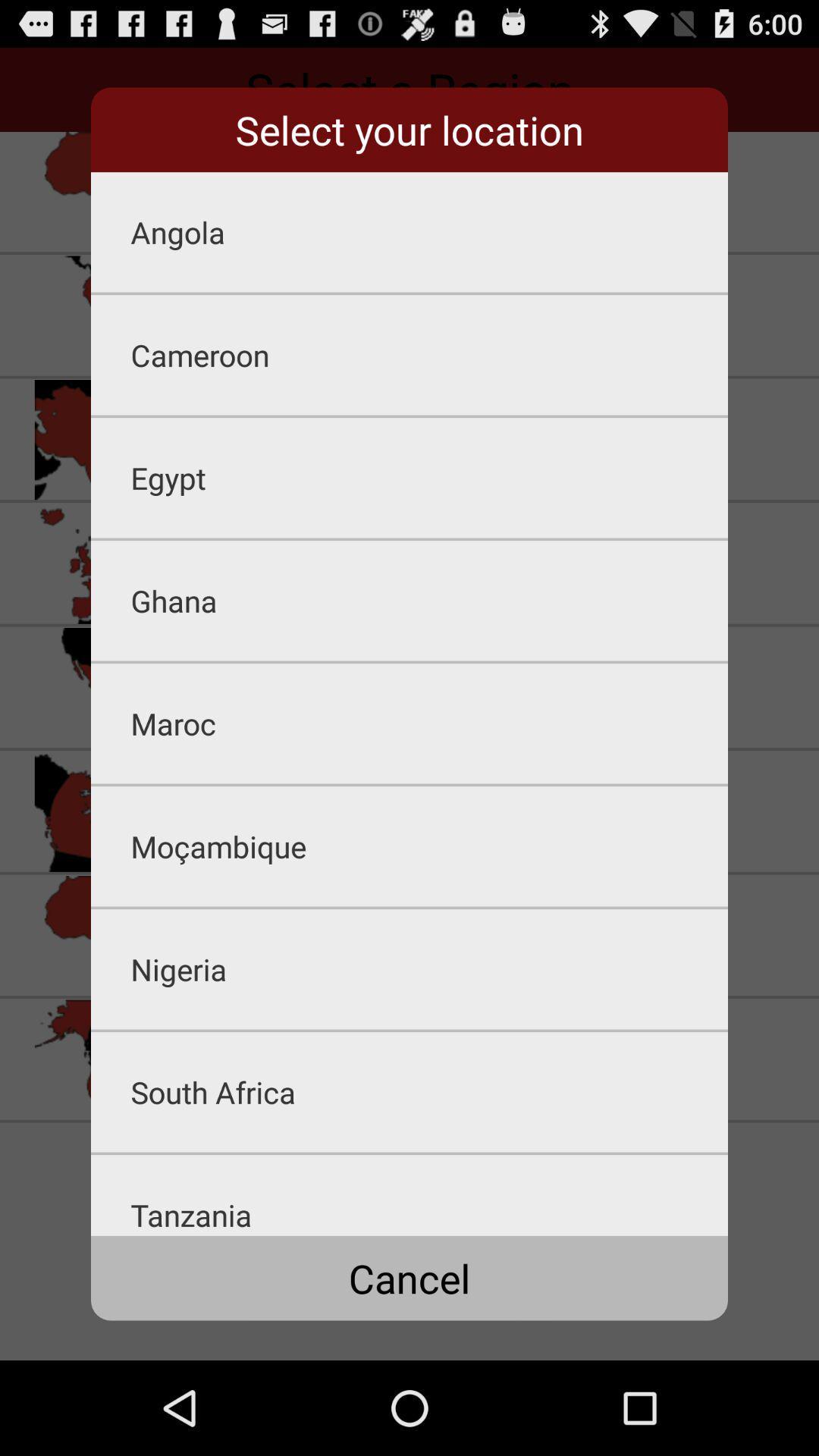 The height and width of the screenshot is (1456, 819). I want to click on cameroon item, so click(429, 354).